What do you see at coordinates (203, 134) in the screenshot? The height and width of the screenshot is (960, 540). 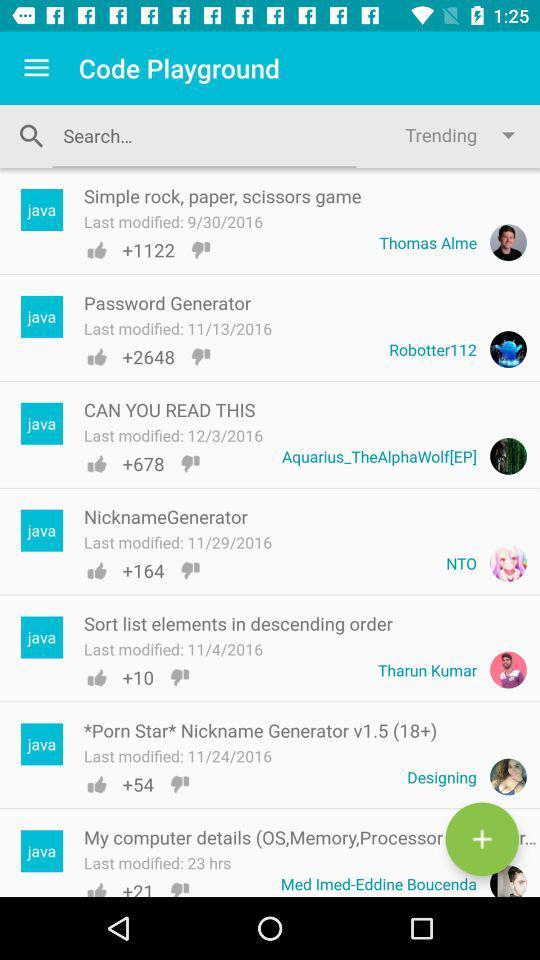 I see `to go search` at bounding box center [203, 134].